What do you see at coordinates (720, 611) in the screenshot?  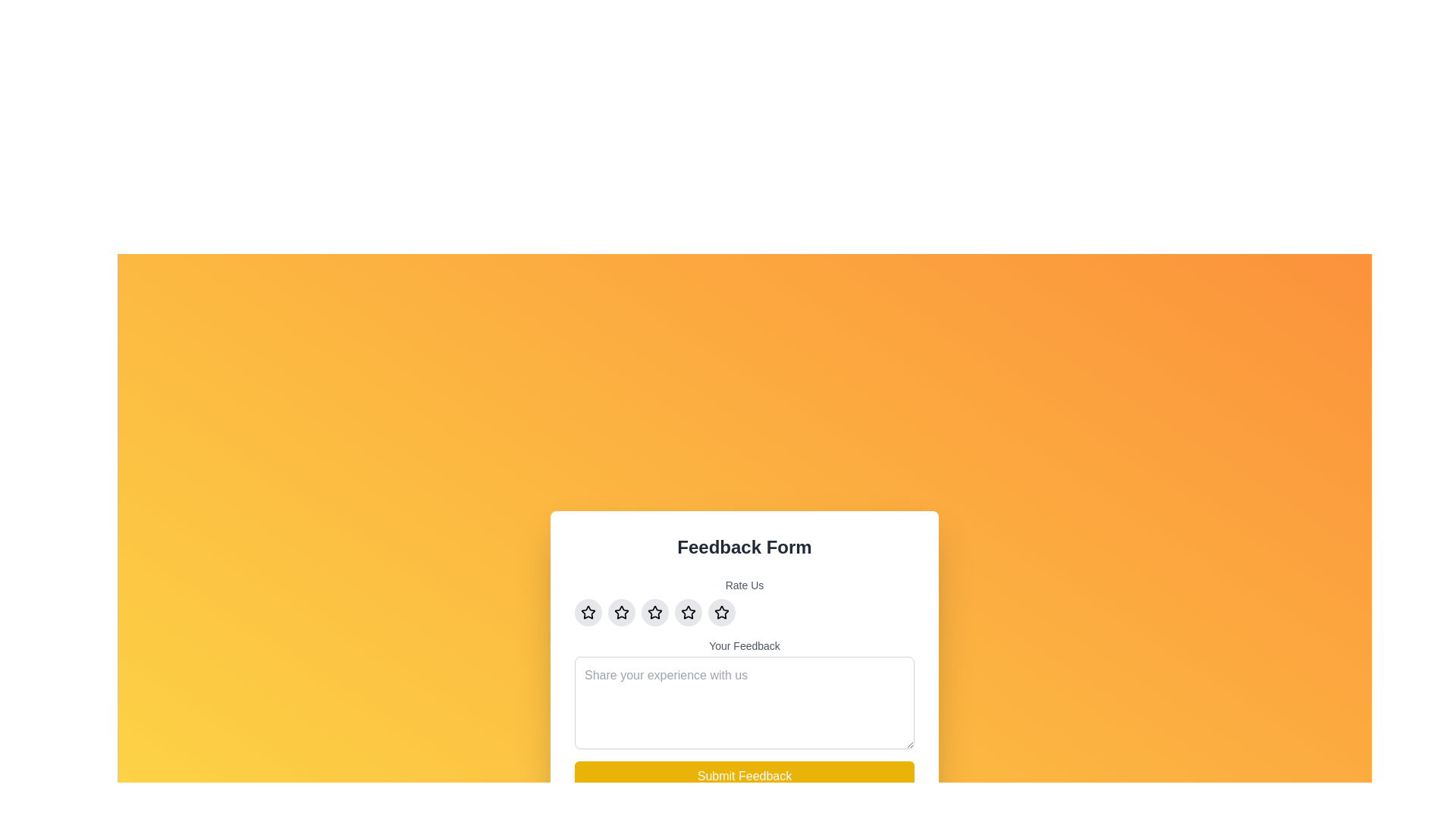 I see `the fifth star-shaped icon with a hollow center in the feedback form interface` at bounding box center [720, 611].